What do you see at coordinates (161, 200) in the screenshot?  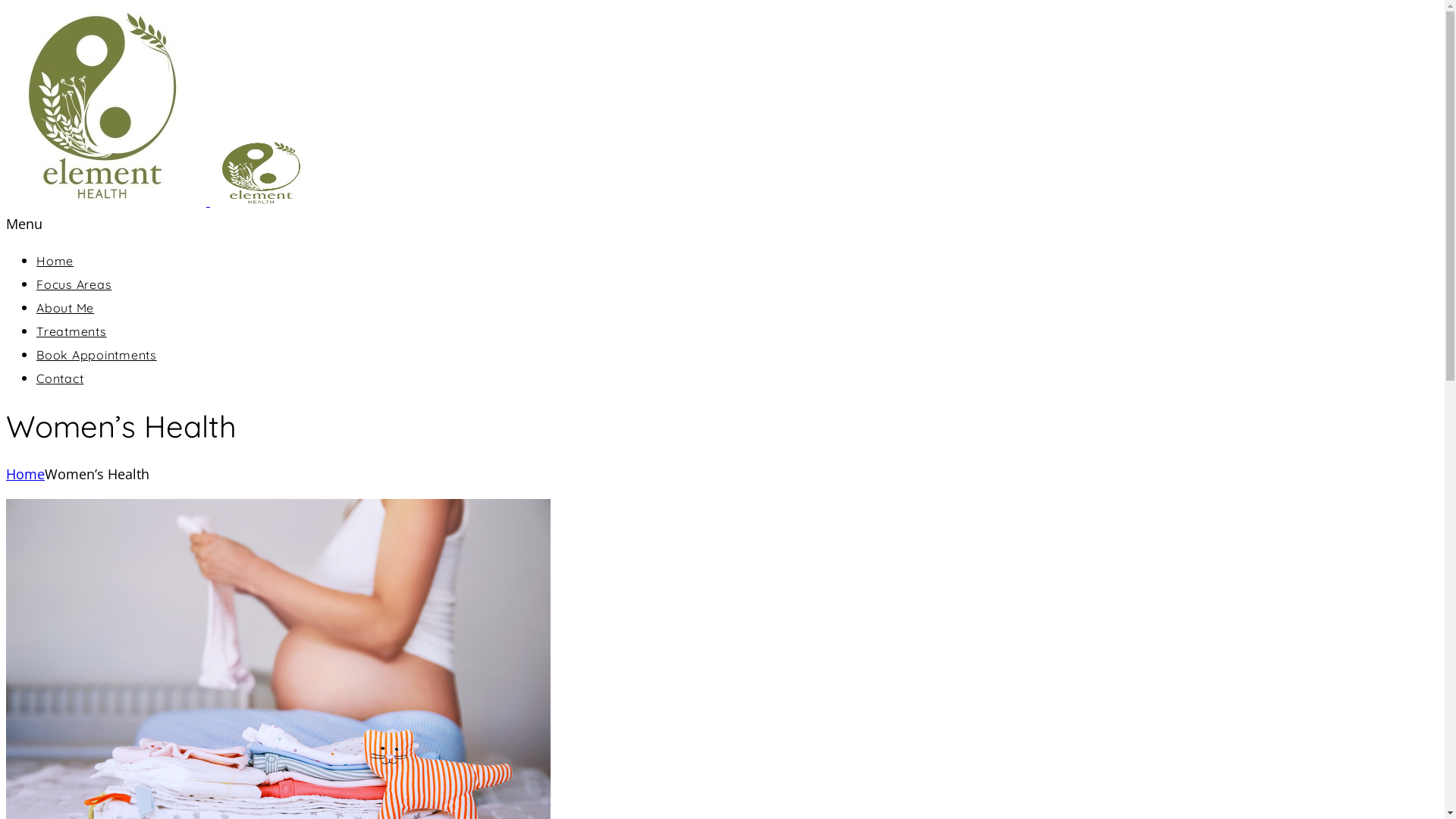 I see `'Element Health'` at bounding box center [161, 200].